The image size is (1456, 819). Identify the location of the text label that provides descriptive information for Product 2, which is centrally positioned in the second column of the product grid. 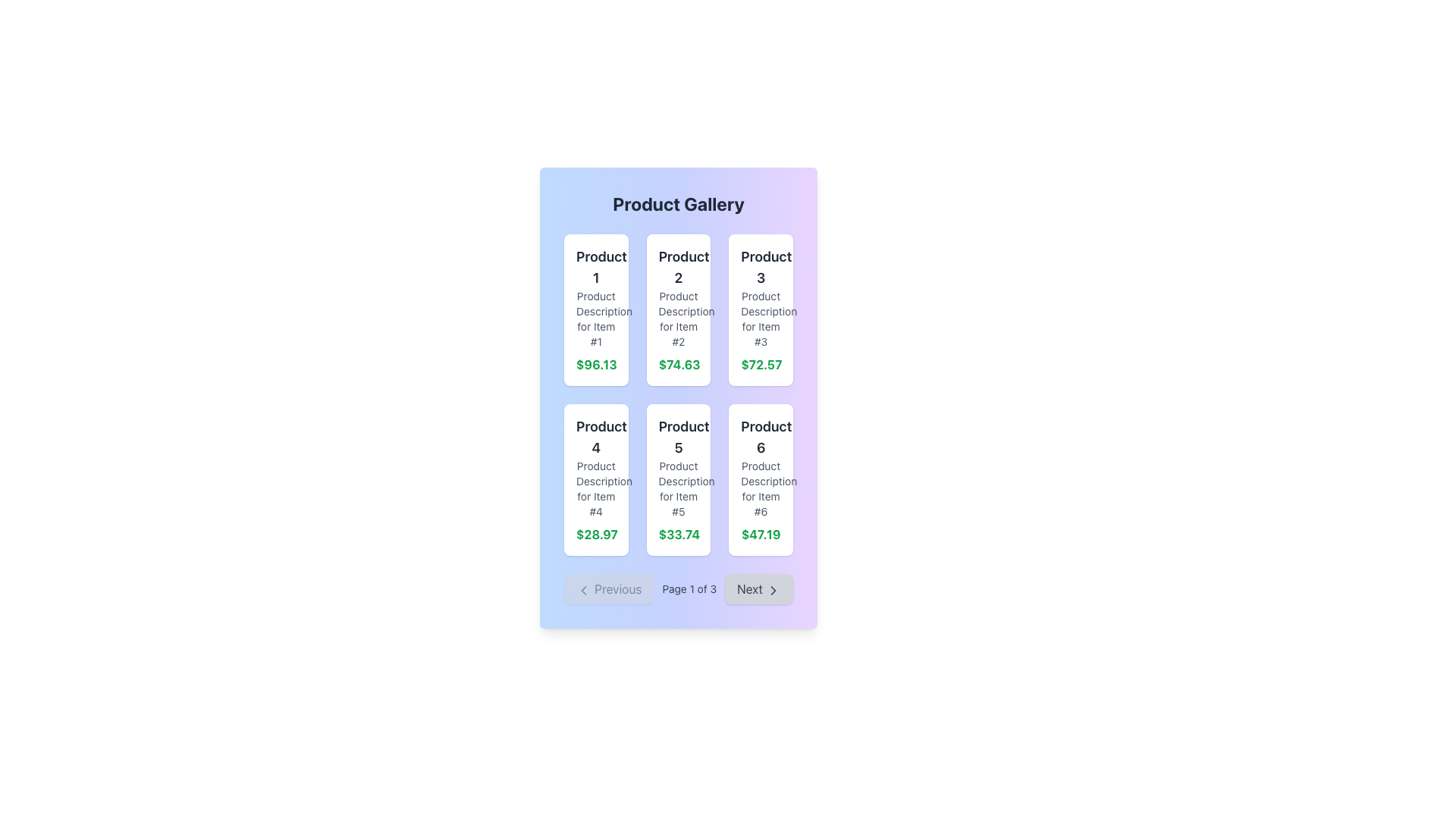
(677, 318).